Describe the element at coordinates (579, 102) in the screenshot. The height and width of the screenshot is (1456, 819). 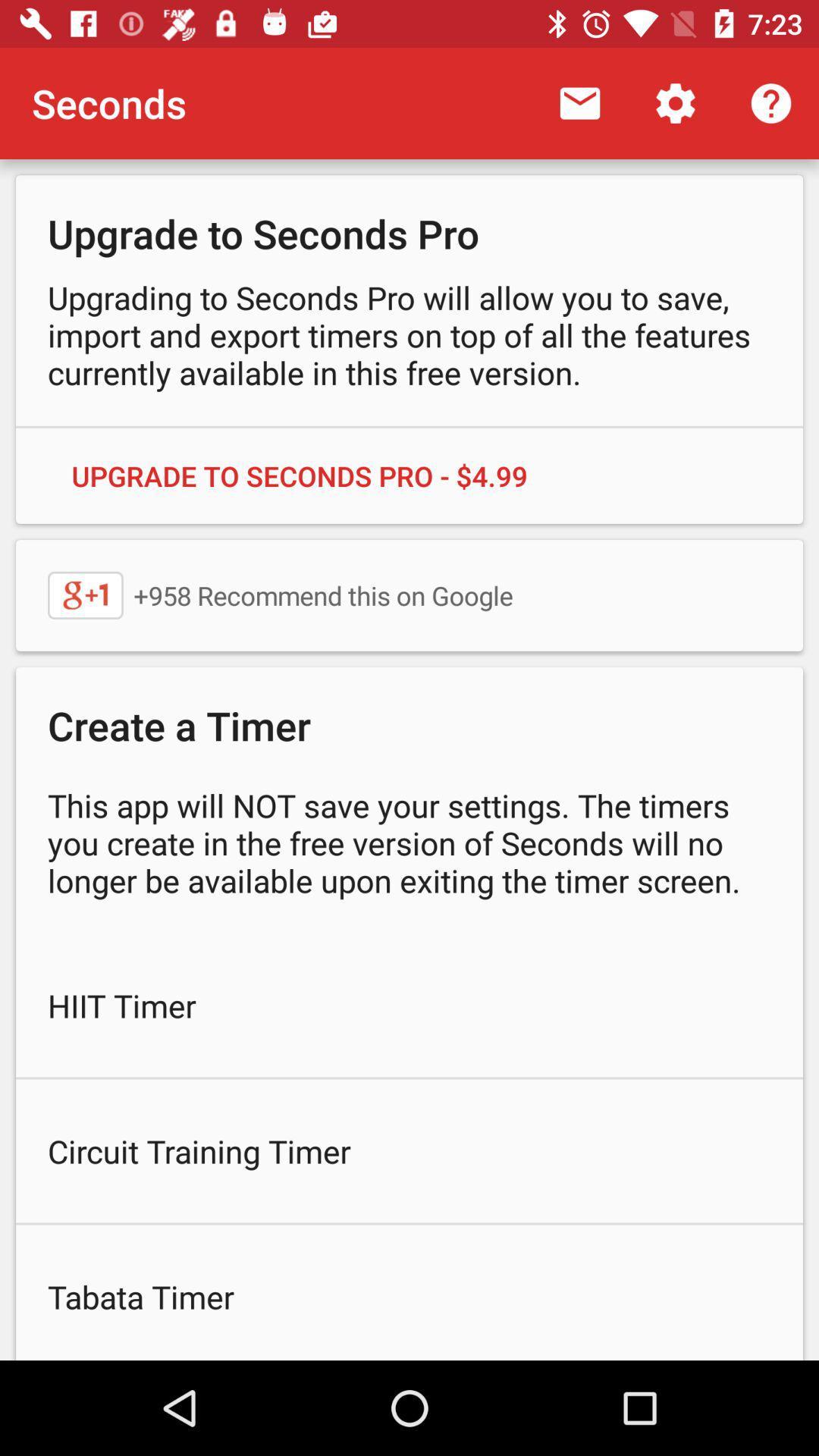
I see `item next to the seconds` at that location.